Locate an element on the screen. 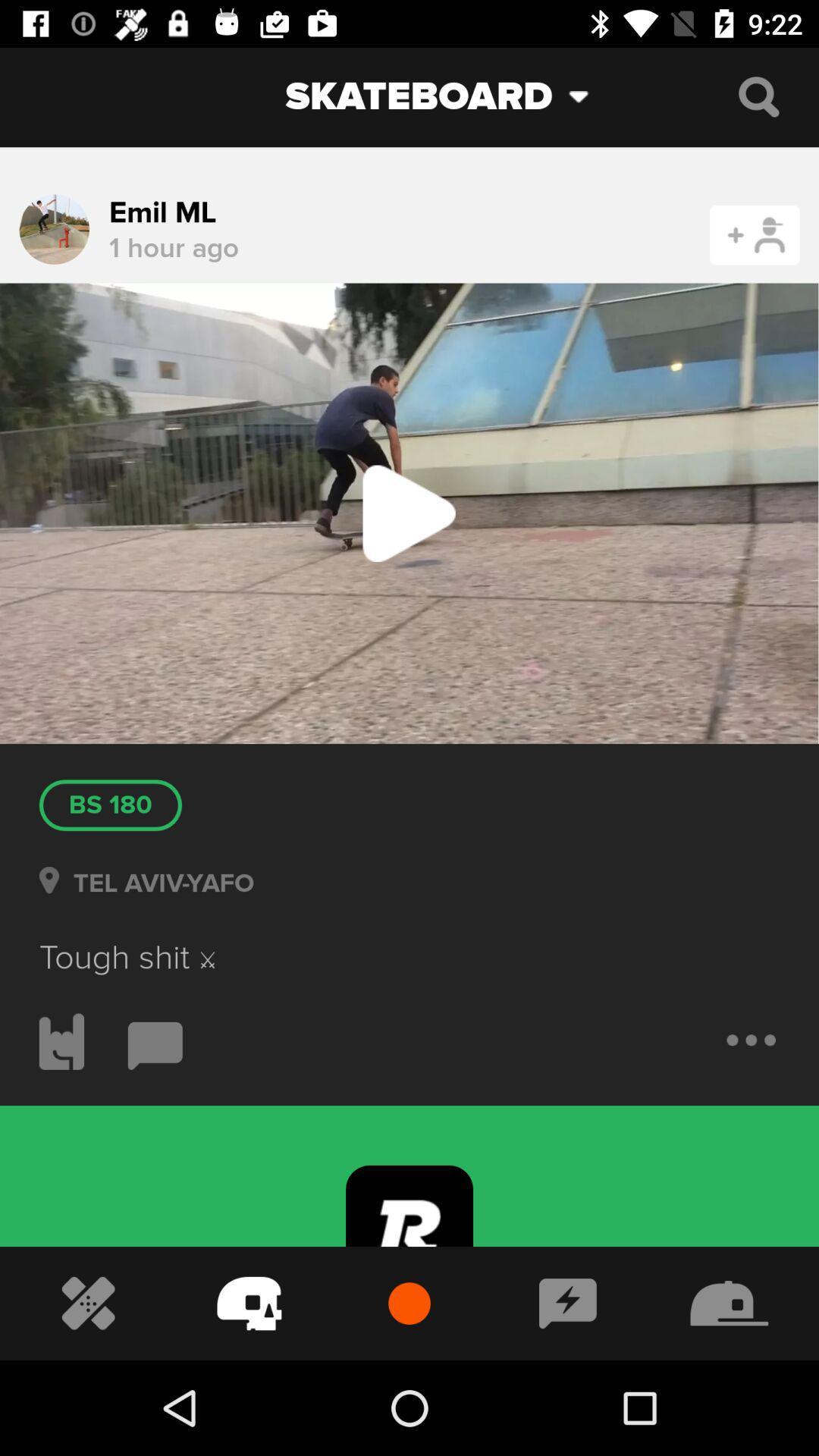 The image size is (819, 1456). the search icon is located at coordinates (758, 96).